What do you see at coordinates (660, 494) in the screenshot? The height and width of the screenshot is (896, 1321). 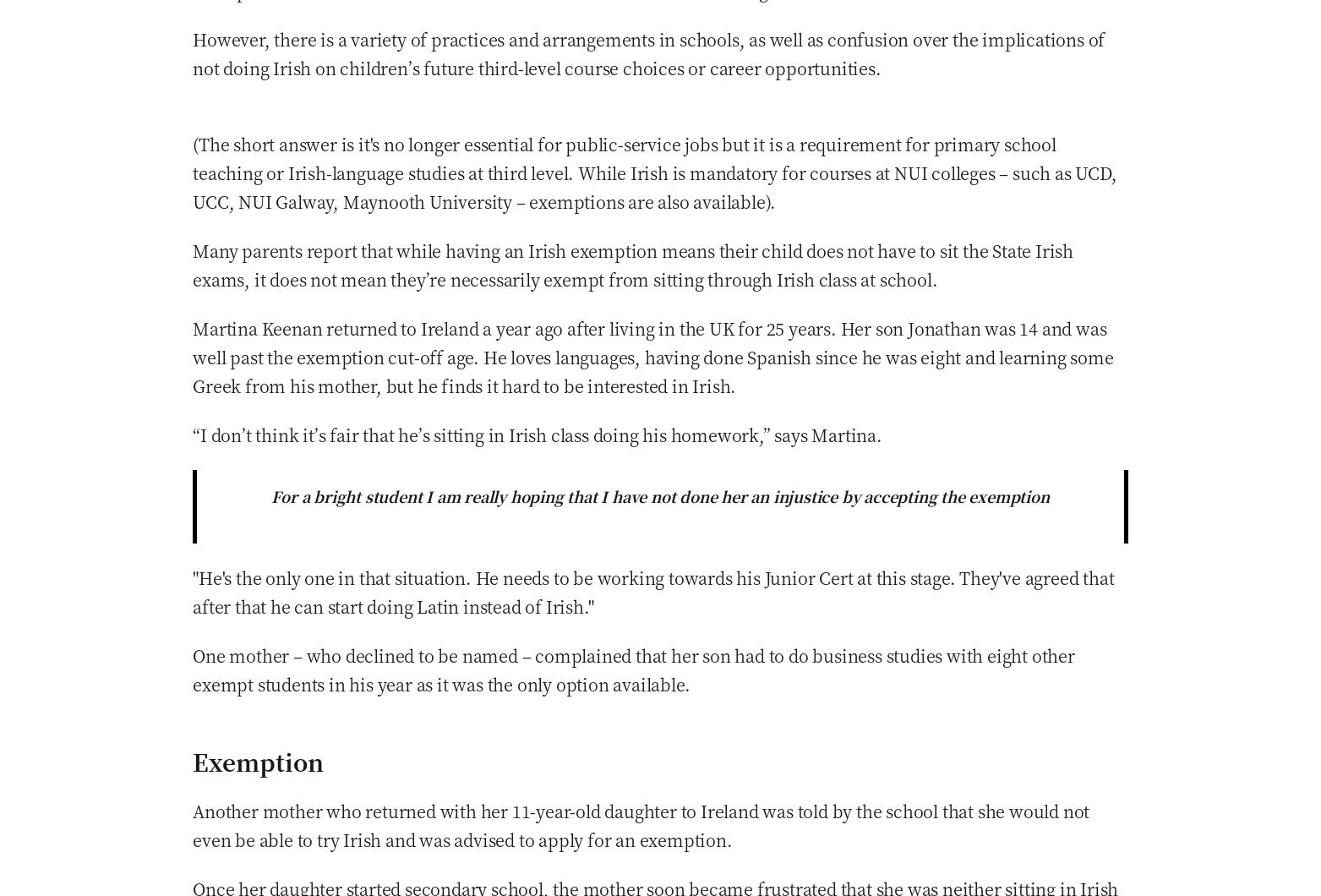 I see `'For a bright student I am really hoping that I have not done her an injustice by accepting the exemption'` at bounding box center [660, 494].